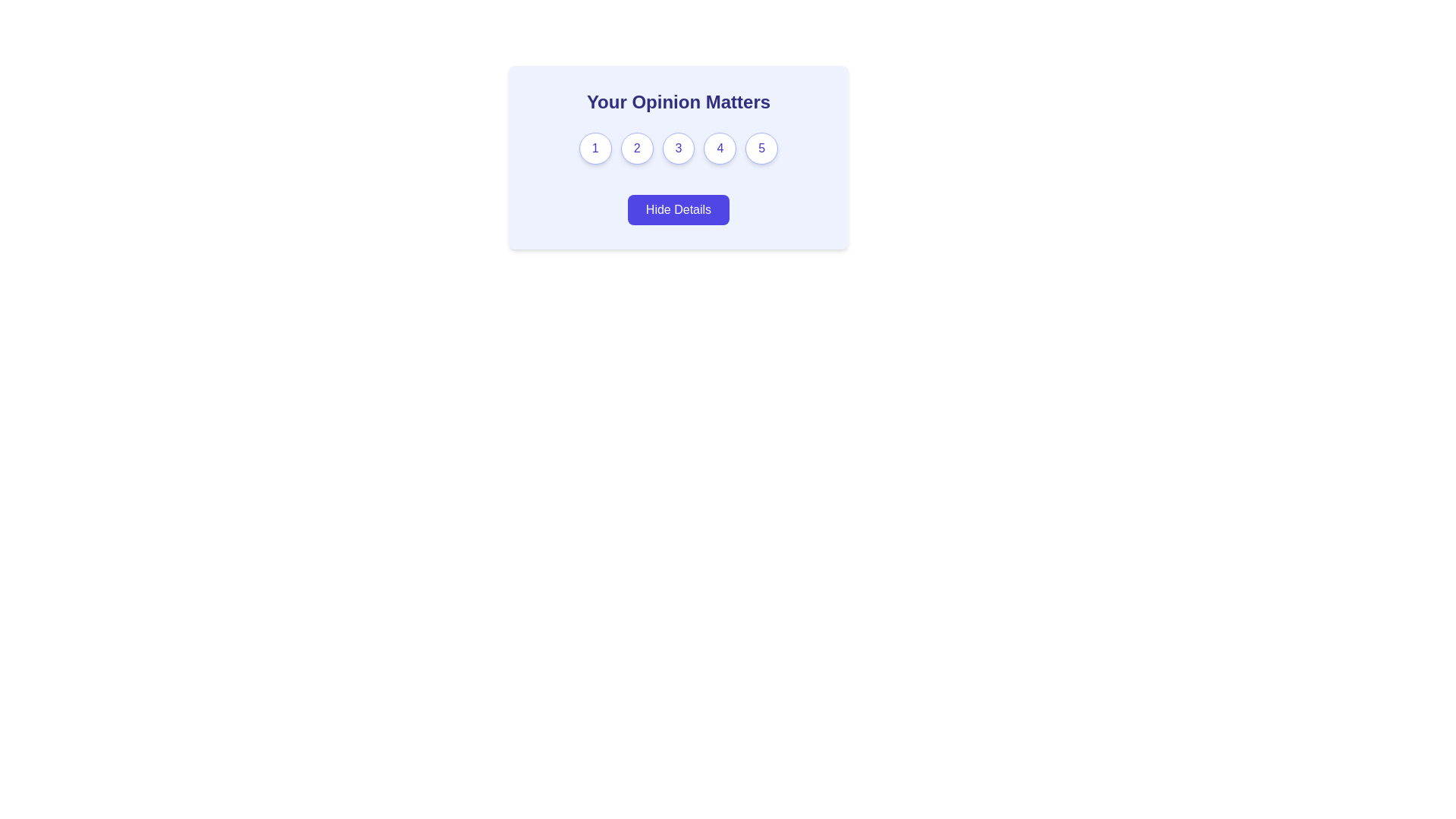 This screenshot has height=819, width=1456. I want to click on the interactive rating button labeled '3' located, so click(677, 158).